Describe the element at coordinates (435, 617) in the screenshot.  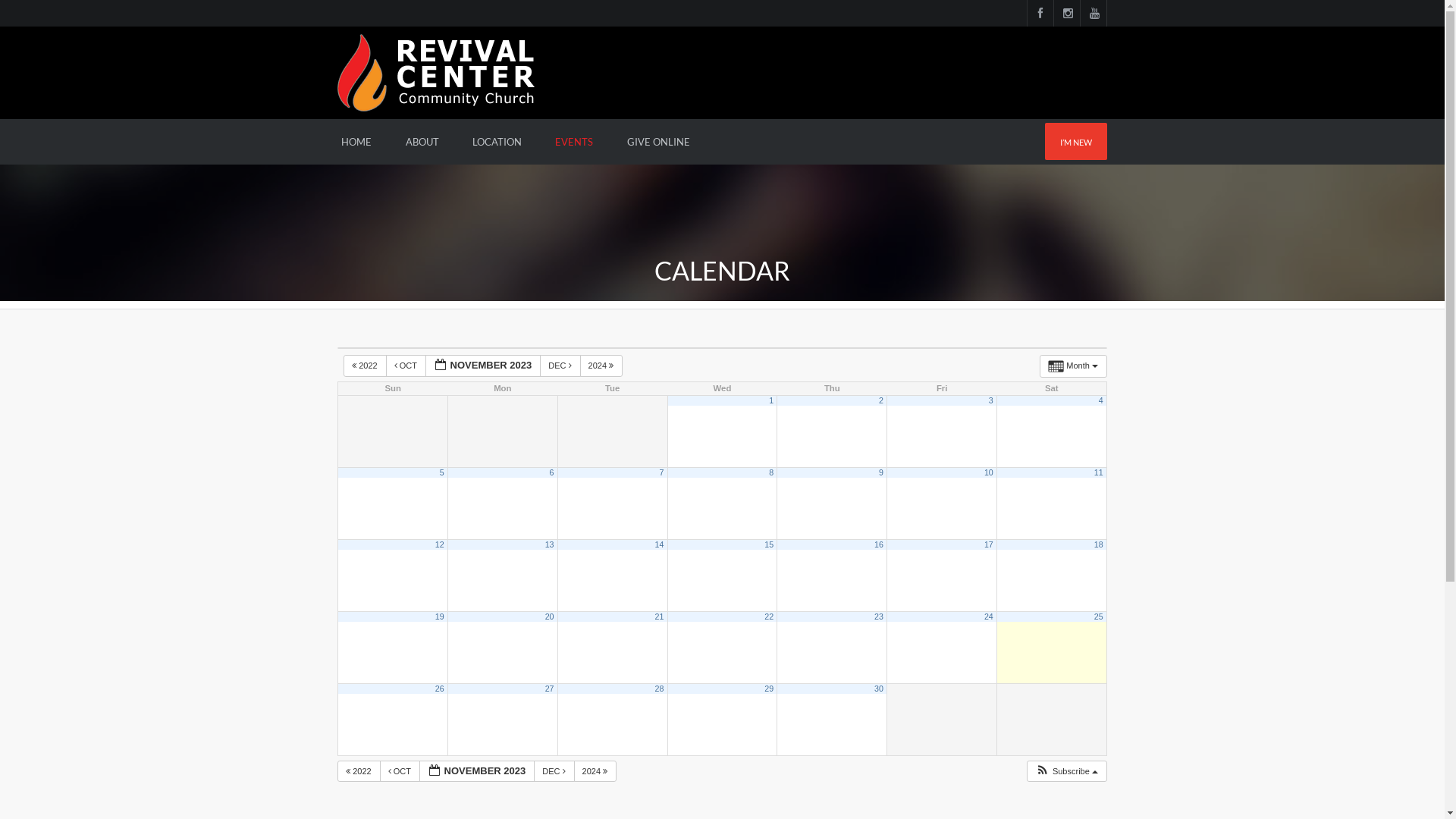
I see `'19'` at that location.